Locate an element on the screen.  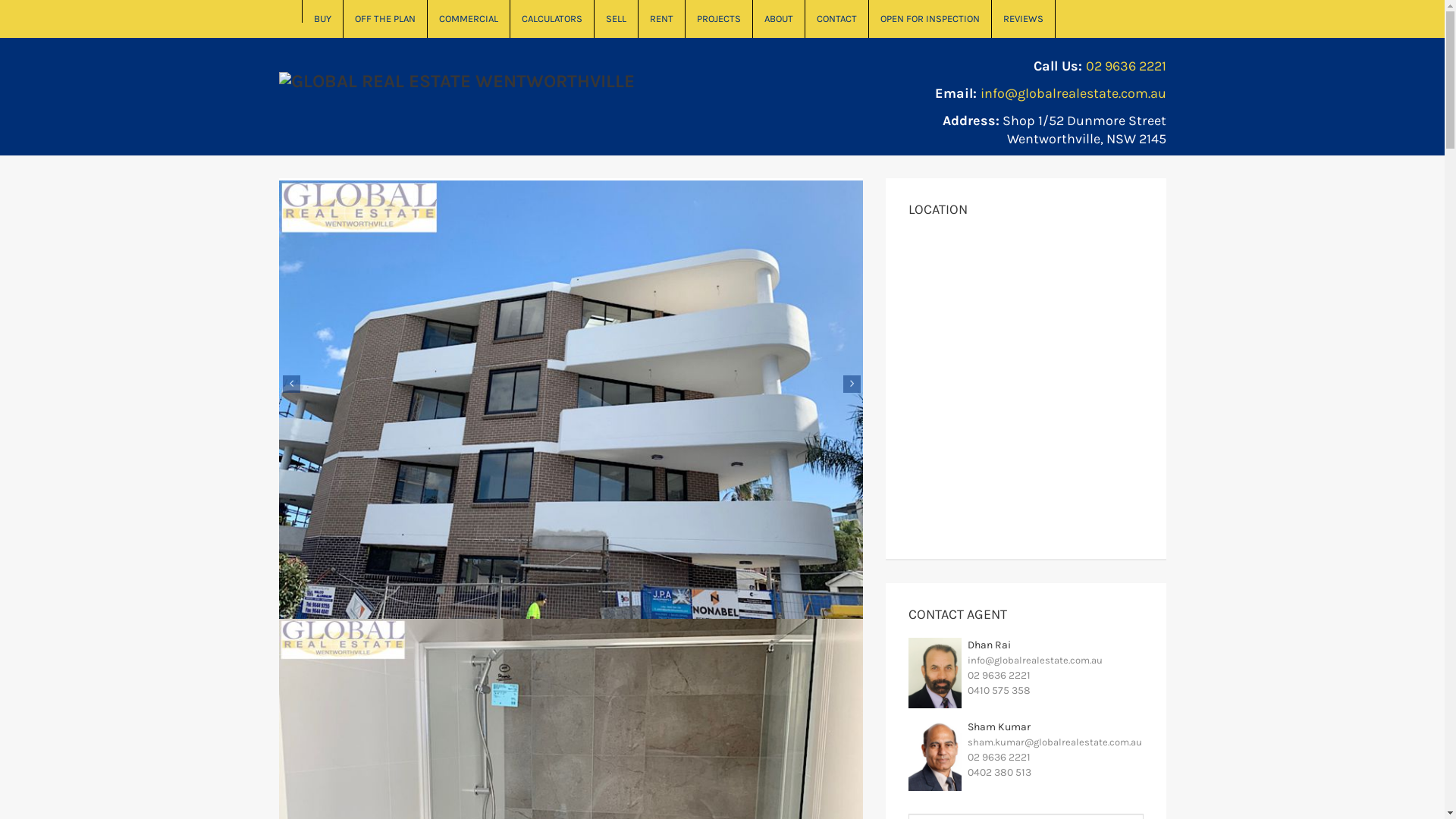
'CALCULATORS' is located at coordinates (551, 18).